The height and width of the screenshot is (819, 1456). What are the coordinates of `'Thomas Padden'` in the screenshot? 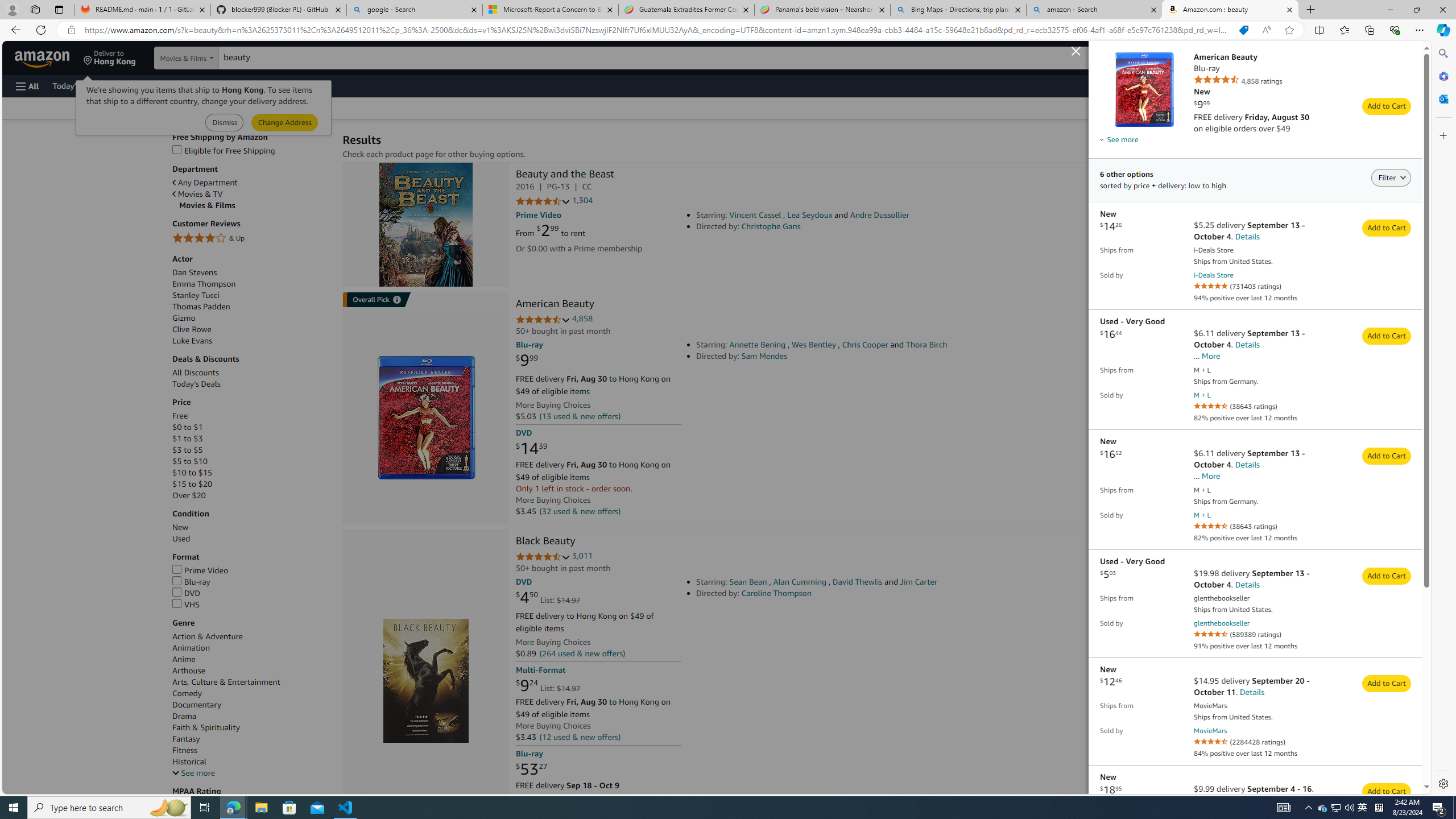 It's located at (251, 307).